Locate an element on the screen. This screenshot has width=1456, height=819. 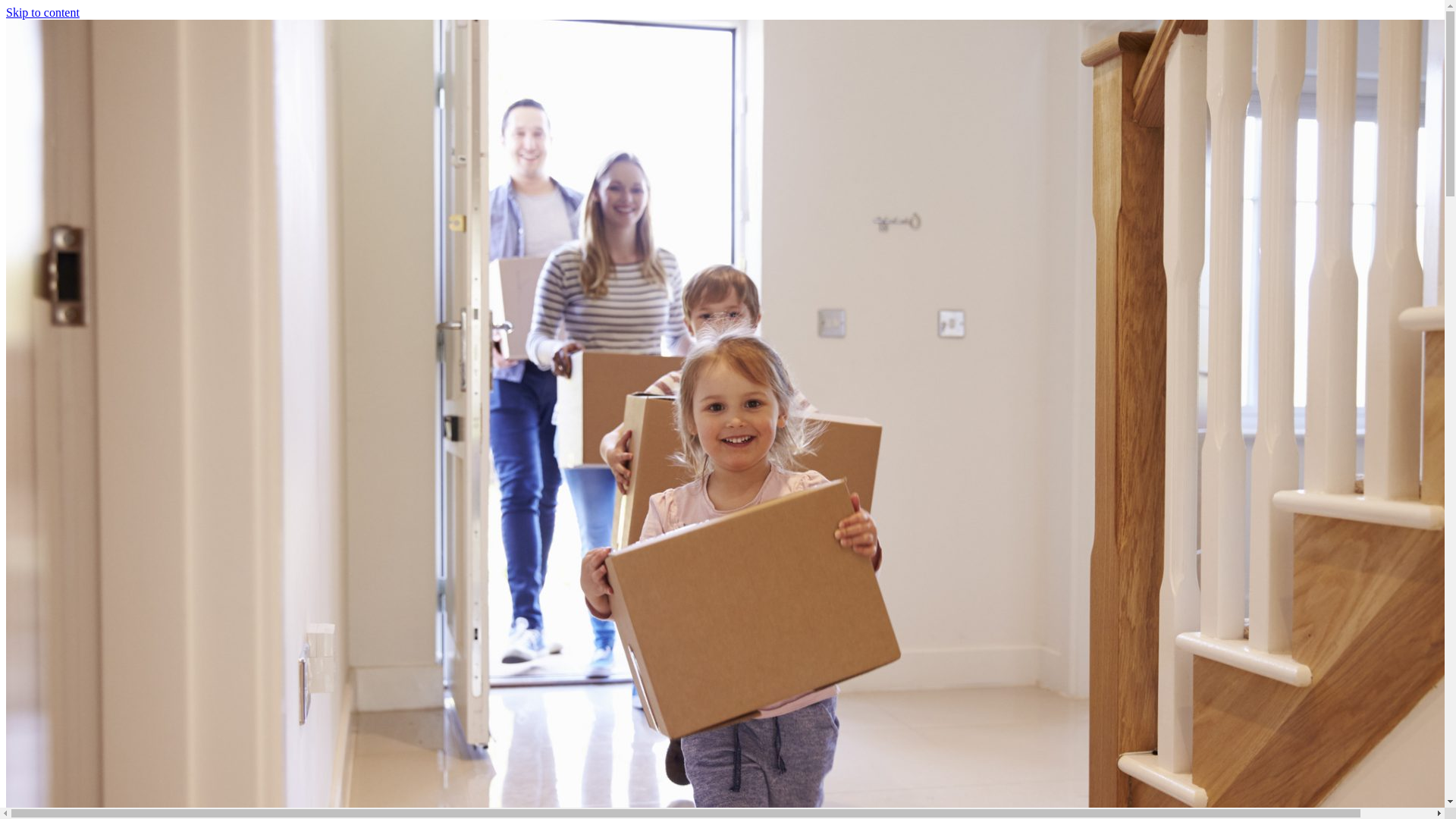
'Skip to content' is located at coordinates (42, 12).